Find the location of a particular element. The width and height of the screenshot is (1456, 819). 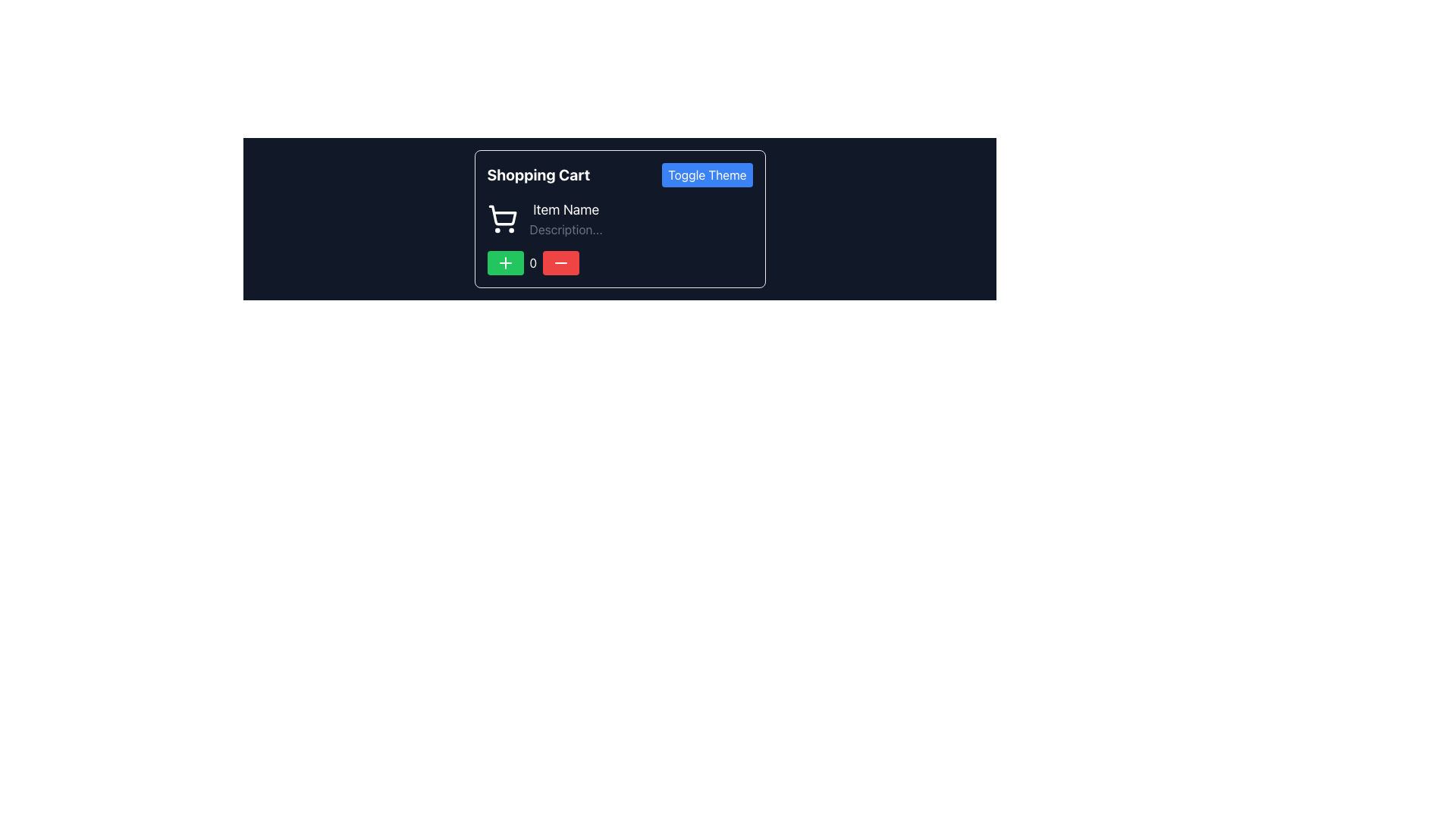

the increment icon located in the center of the green button, which is positioned to the left of the decrement button and the quantity display in the item control group is located at coordinates (505, 262).